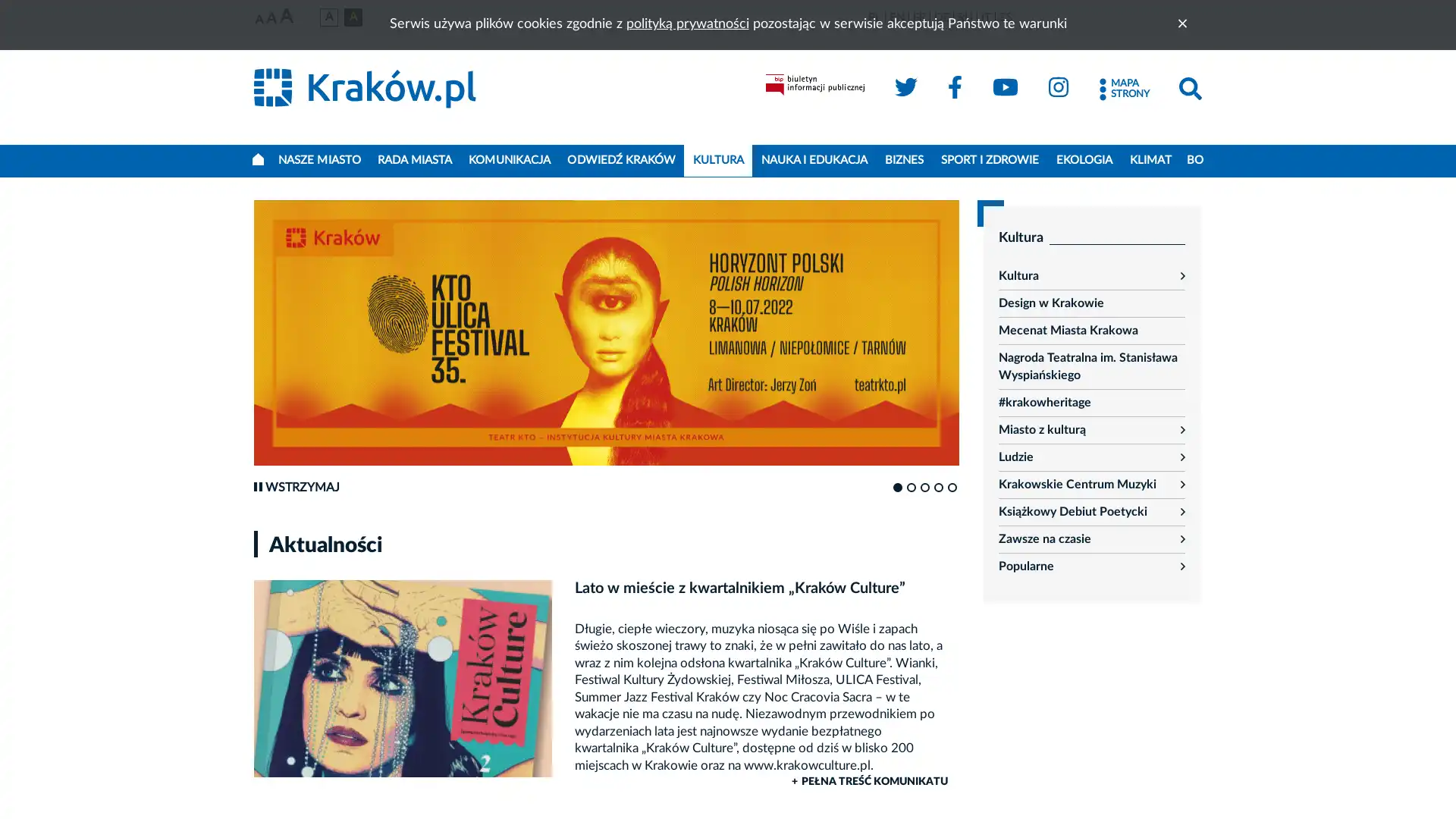  What do you see at coordinates (271, 18) in the screenshot?
I see `Srednia czcionka` at bounding box center [271, 18].